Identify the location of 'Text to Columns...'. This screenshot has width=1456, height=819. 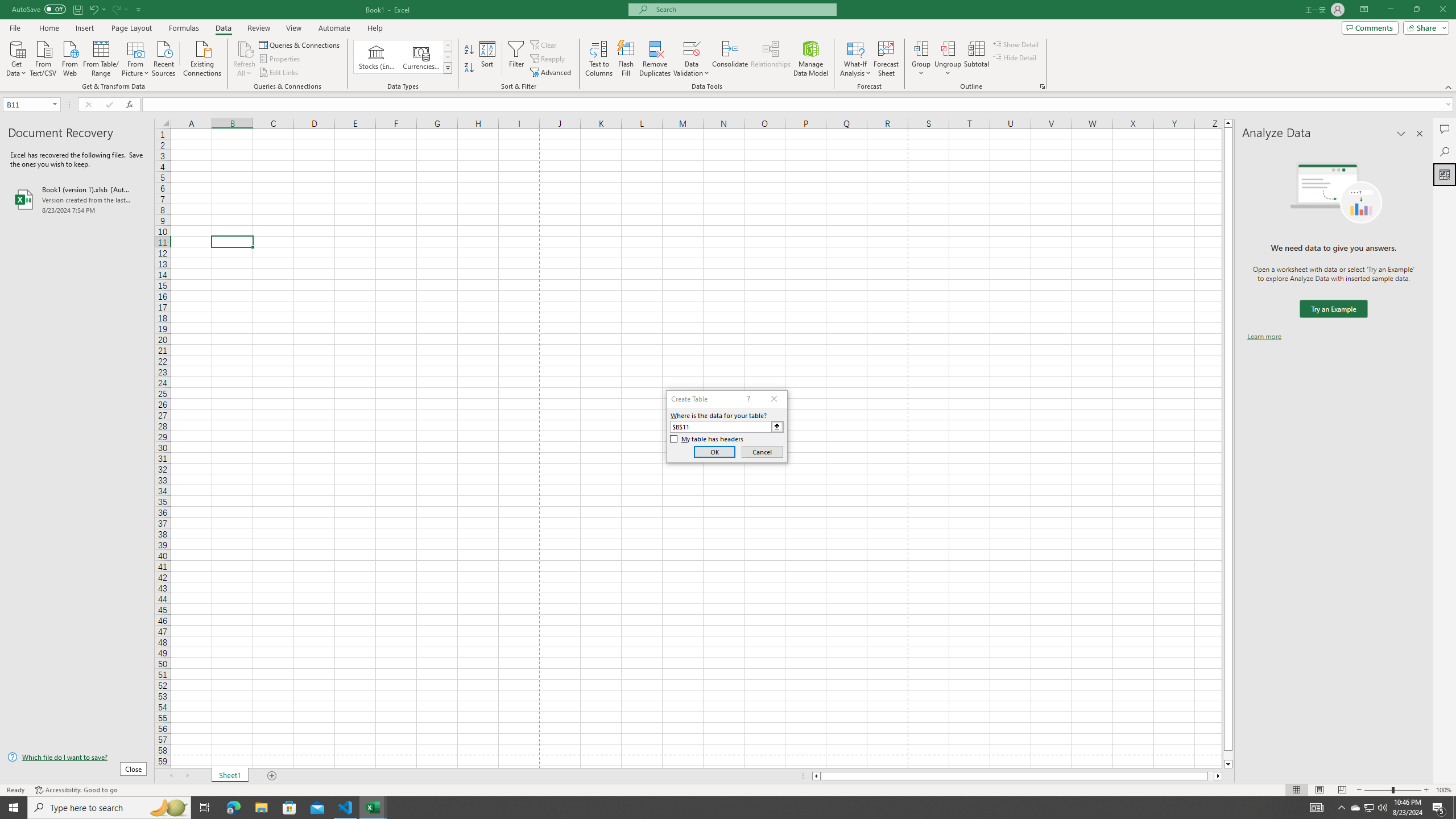
(598, 59).